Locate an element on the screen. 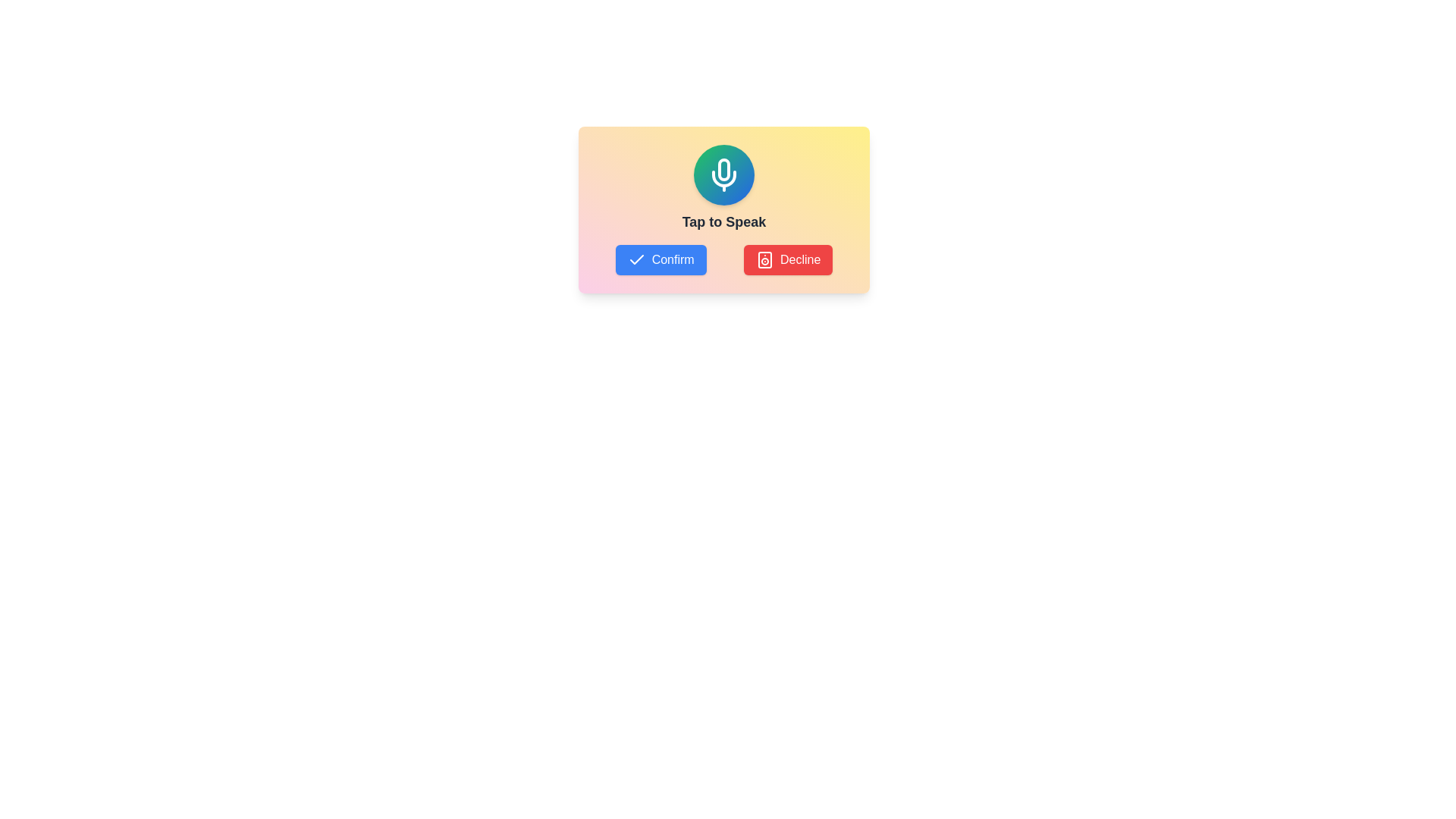  the speaker icon located within the red 'Decline' button at the bottom right of the modal labeled 'Tap to Speak' is located at coordinates (764, 259).